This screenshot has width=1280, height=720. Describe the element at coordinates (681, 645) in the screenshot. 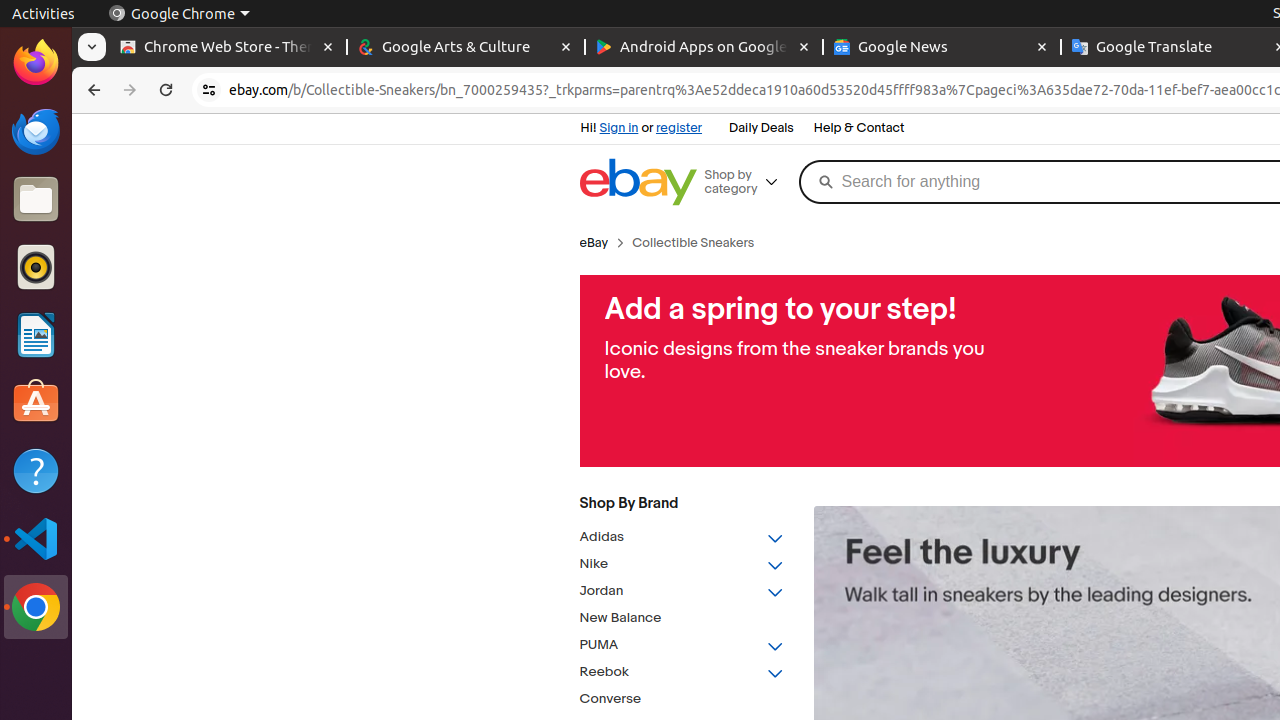

I see `'PUMA'` at that location.